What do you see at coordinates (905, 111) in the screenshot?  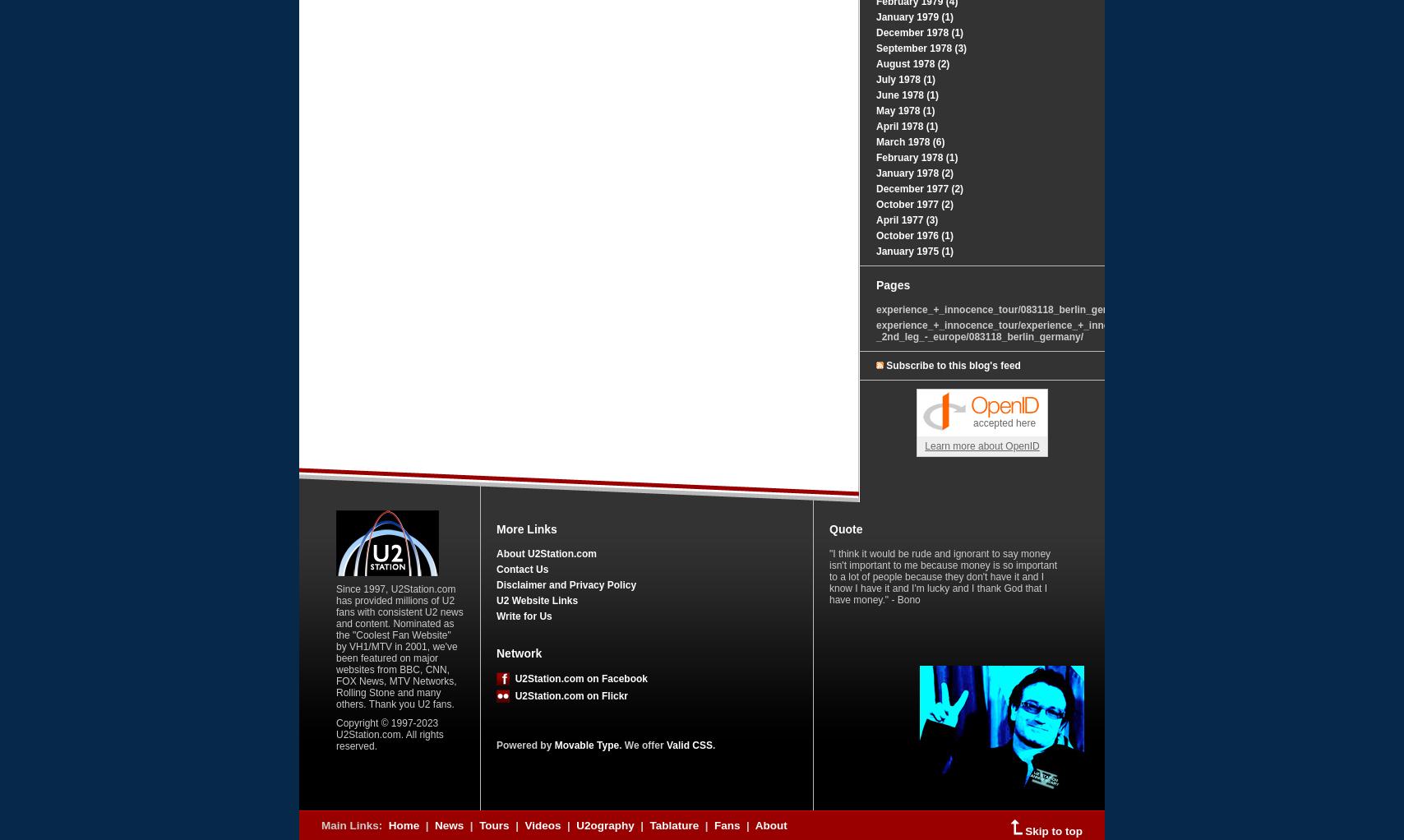 I see `'May 1978 (1)'` at bounding box center [905, 111].